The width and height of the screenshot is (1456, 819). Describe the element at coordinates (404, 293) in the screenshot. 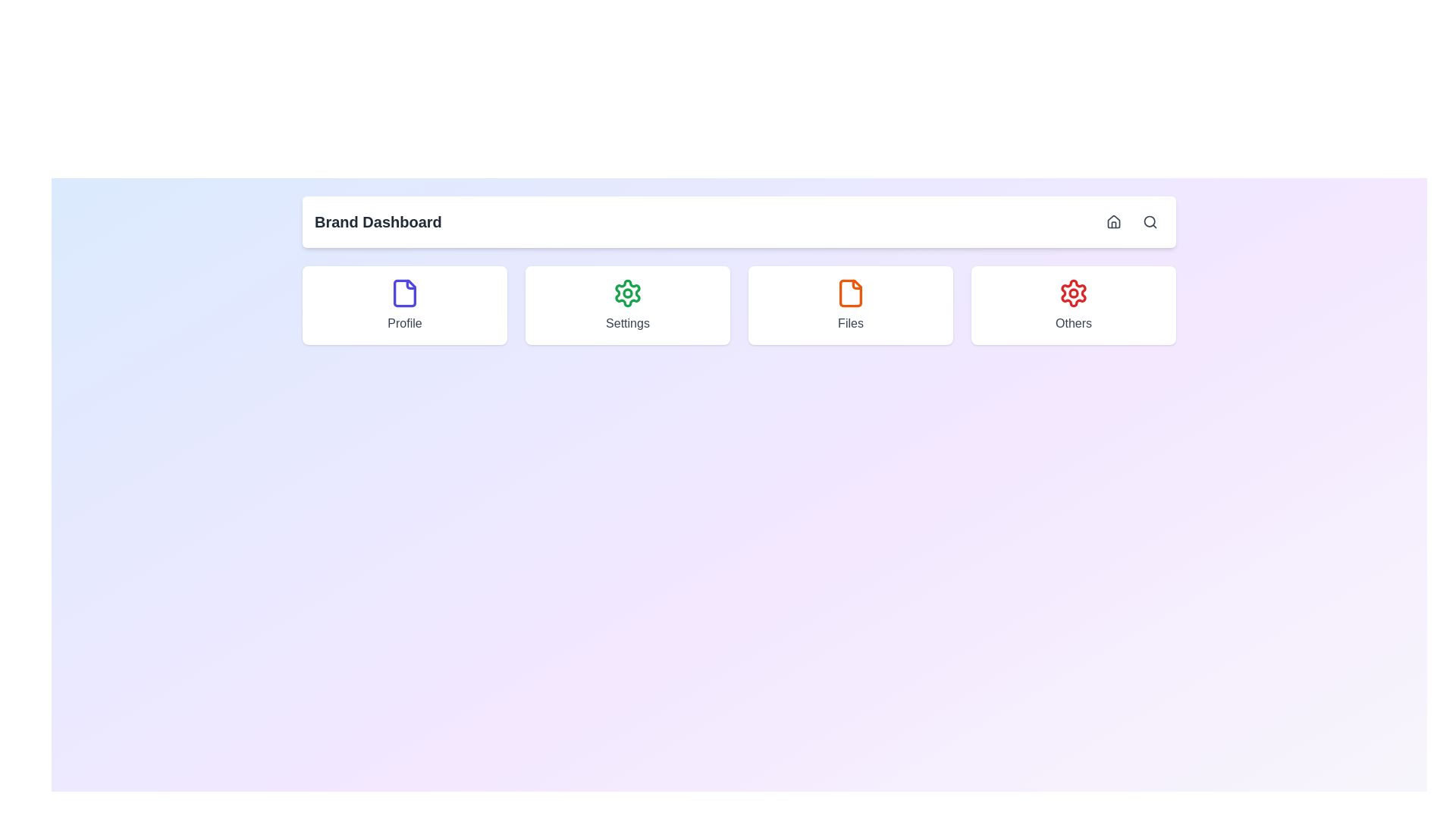

I see `the Profile icon located under the 'Brand Dashboard' heading to identify its associated section` at that location.